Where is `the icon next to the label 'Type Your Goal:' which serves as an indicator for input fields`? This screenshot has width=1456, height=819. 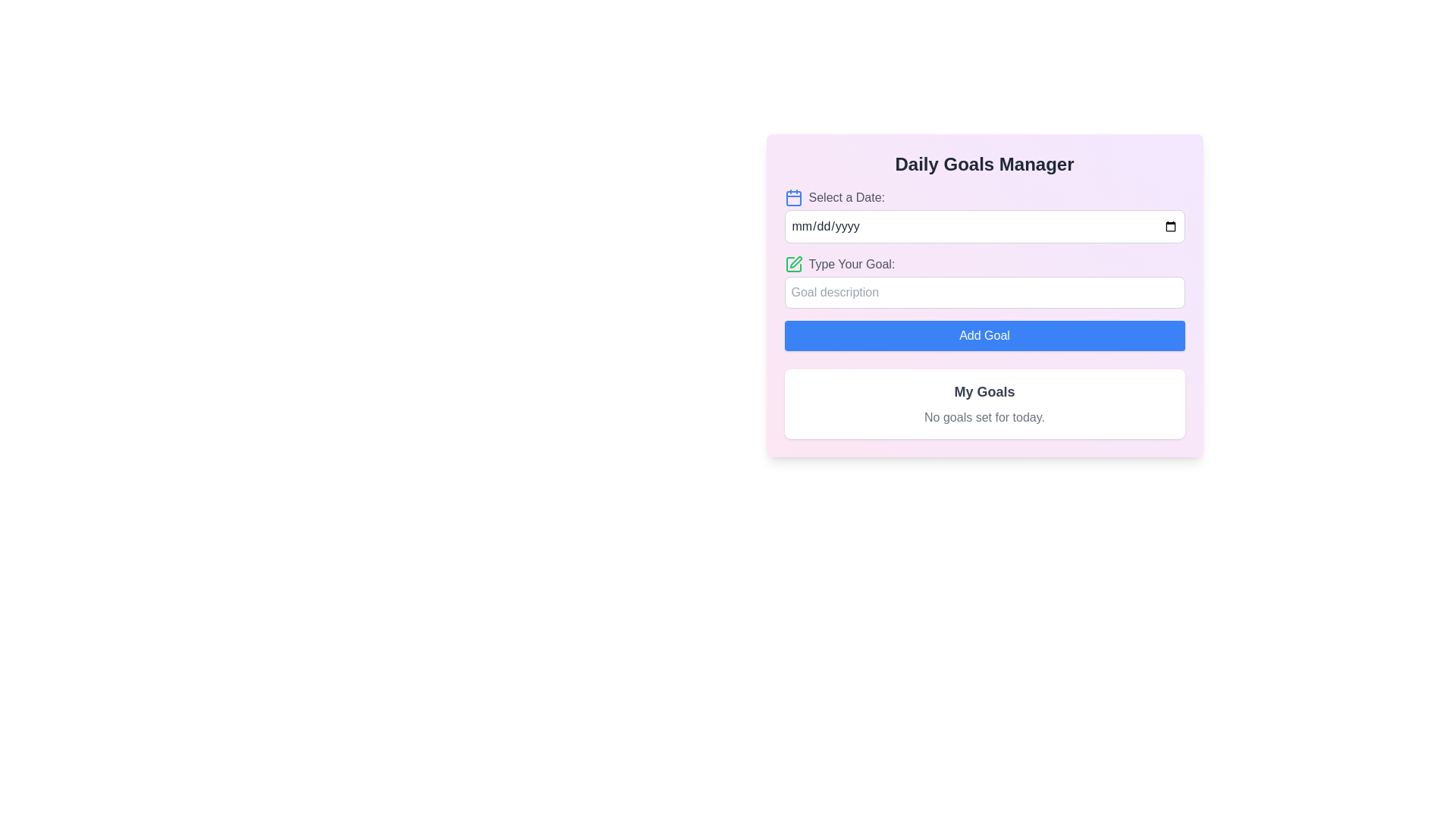
the icon next to the label 'Type Your Goal:' which serves as an indicator for input fields is located at coordinates (792, 263).